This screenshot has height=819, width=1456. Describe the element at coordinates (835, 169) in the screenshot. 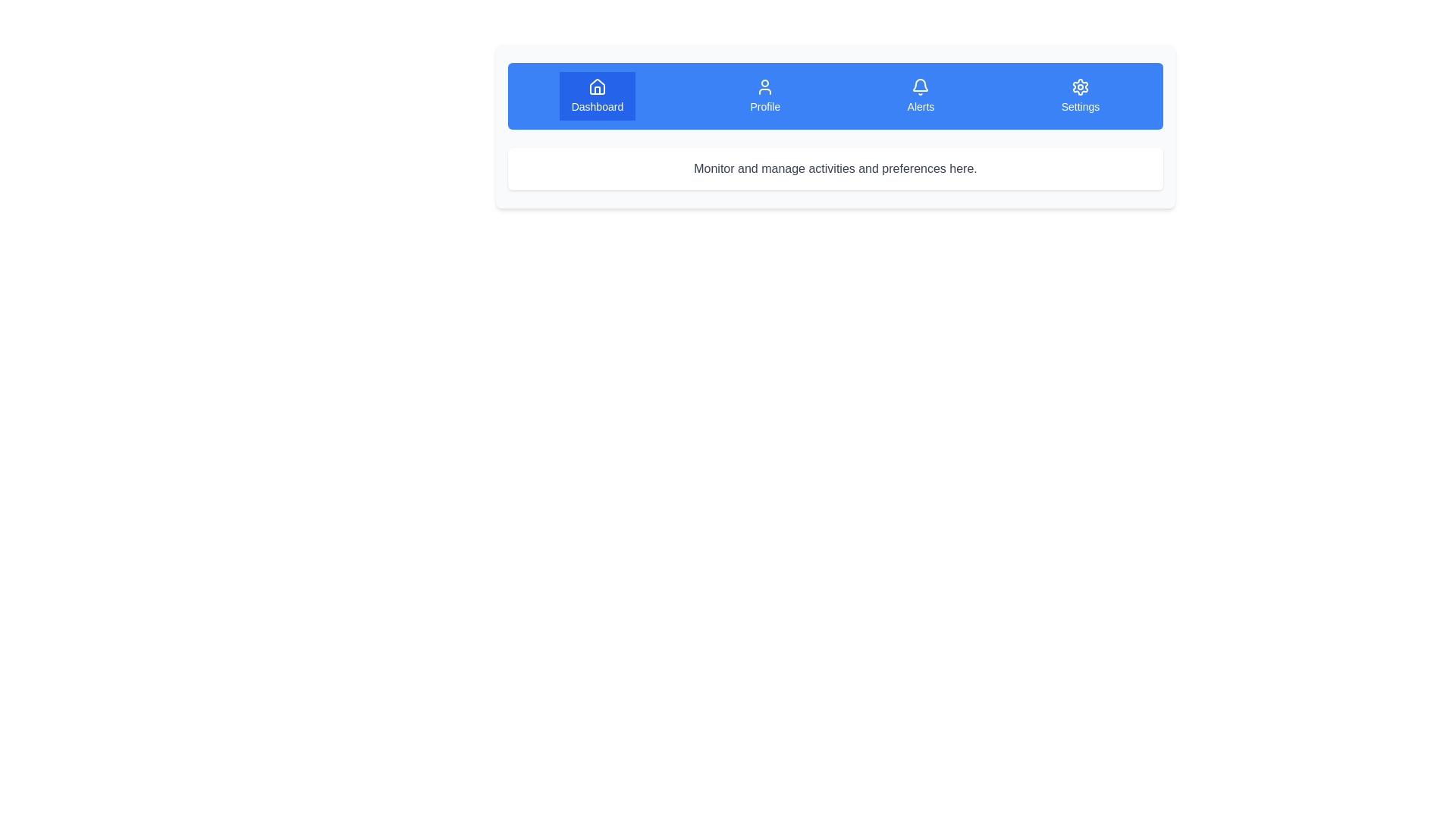

I see `the instructional Text label located centrally within a white, slightly rounded rectangular box, situated below a blue navigation bar` at that location.